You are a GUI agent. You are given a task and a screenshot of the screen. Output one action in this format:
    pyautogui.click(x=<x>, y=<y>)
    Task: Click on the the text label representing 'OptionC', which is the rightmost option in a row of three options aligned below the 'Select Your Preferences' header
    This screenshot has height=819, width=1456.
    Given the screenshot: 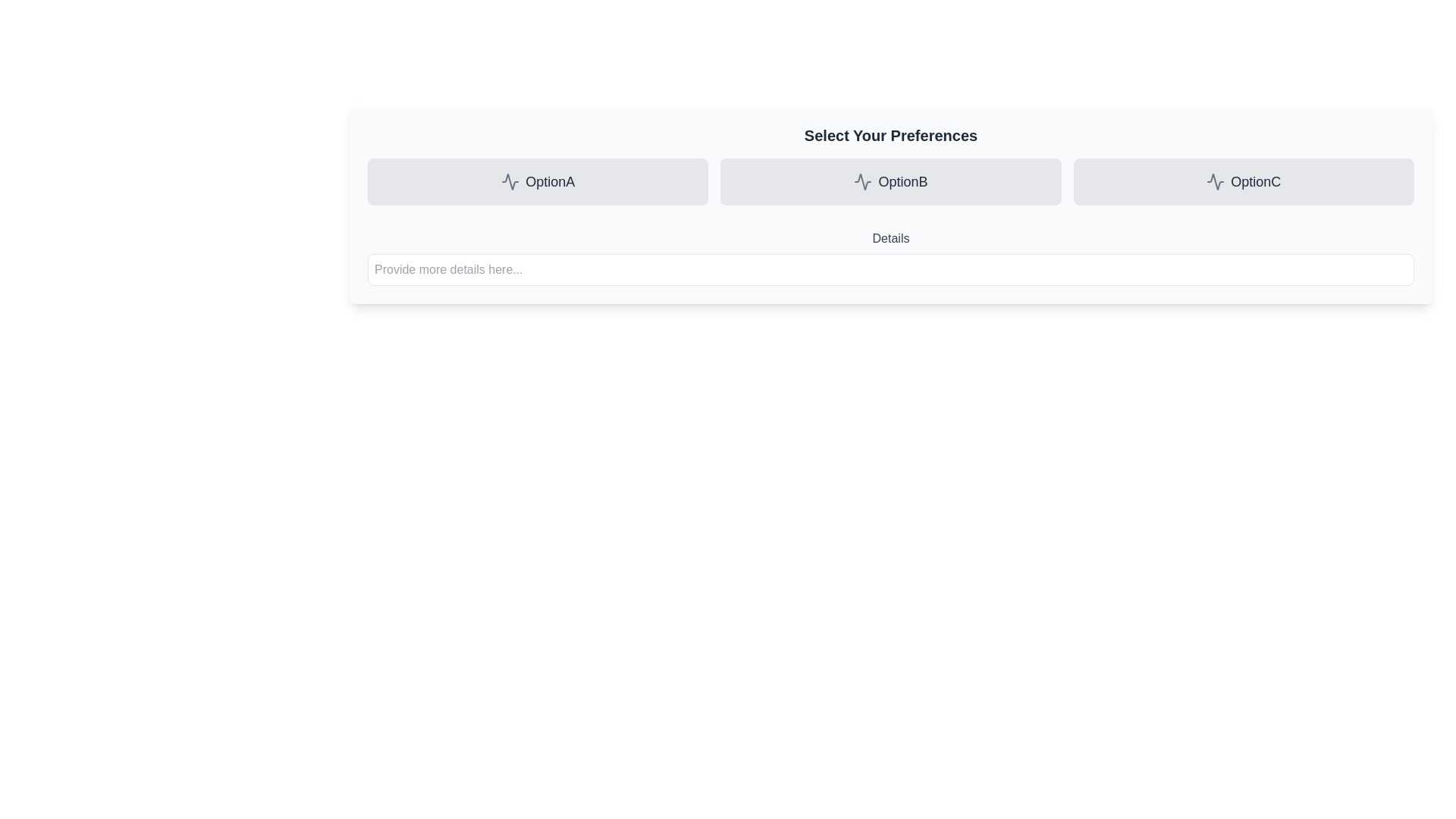 What is the action you would take?
    pyautogui.click(x=1256, y=180)
    